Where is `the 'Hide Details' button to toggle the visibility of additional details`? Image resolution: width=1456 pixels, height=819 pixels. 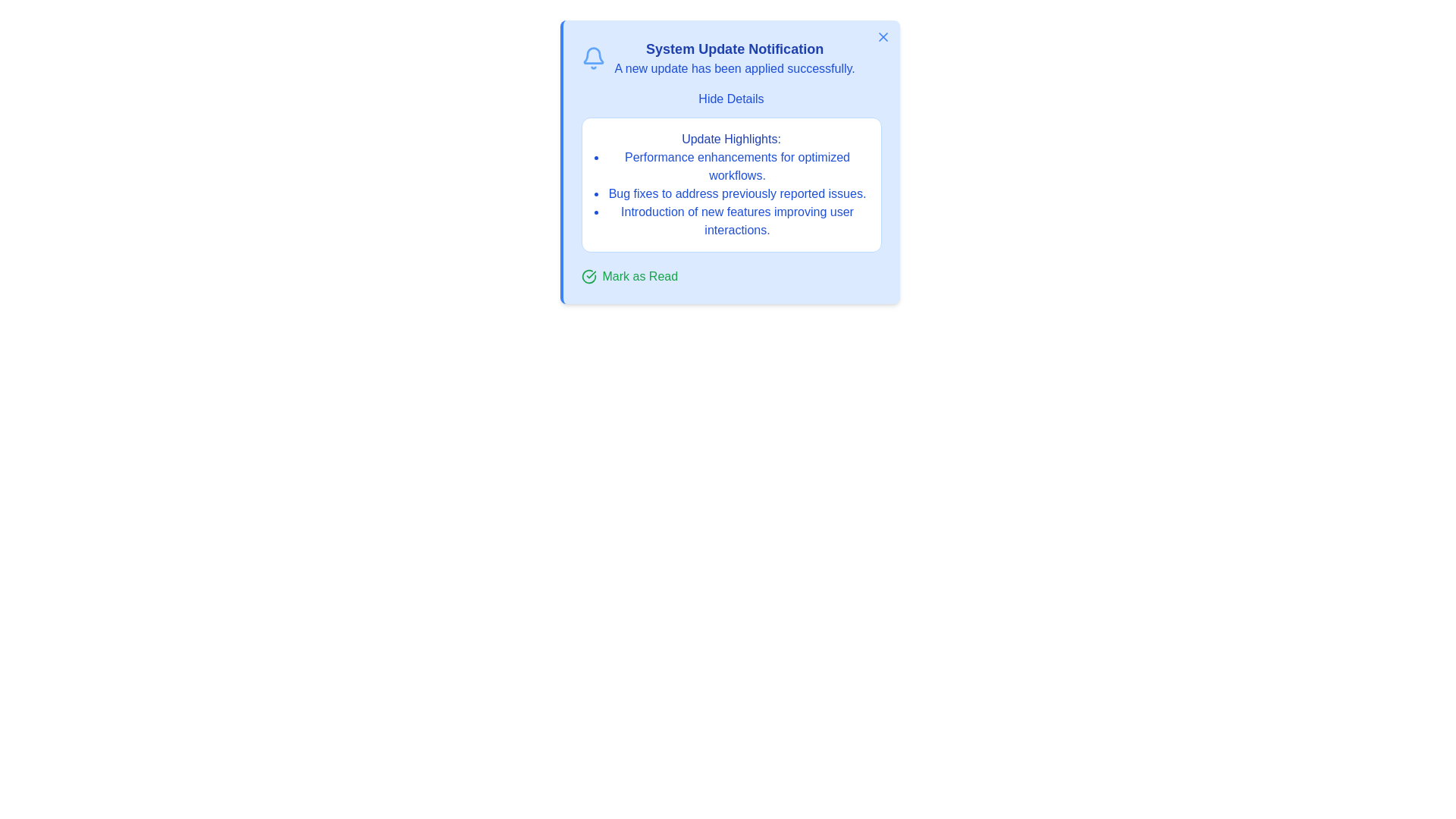
the 'Hide Details' button to toggle the visibility of additional details is located at coordinates (731, 99).